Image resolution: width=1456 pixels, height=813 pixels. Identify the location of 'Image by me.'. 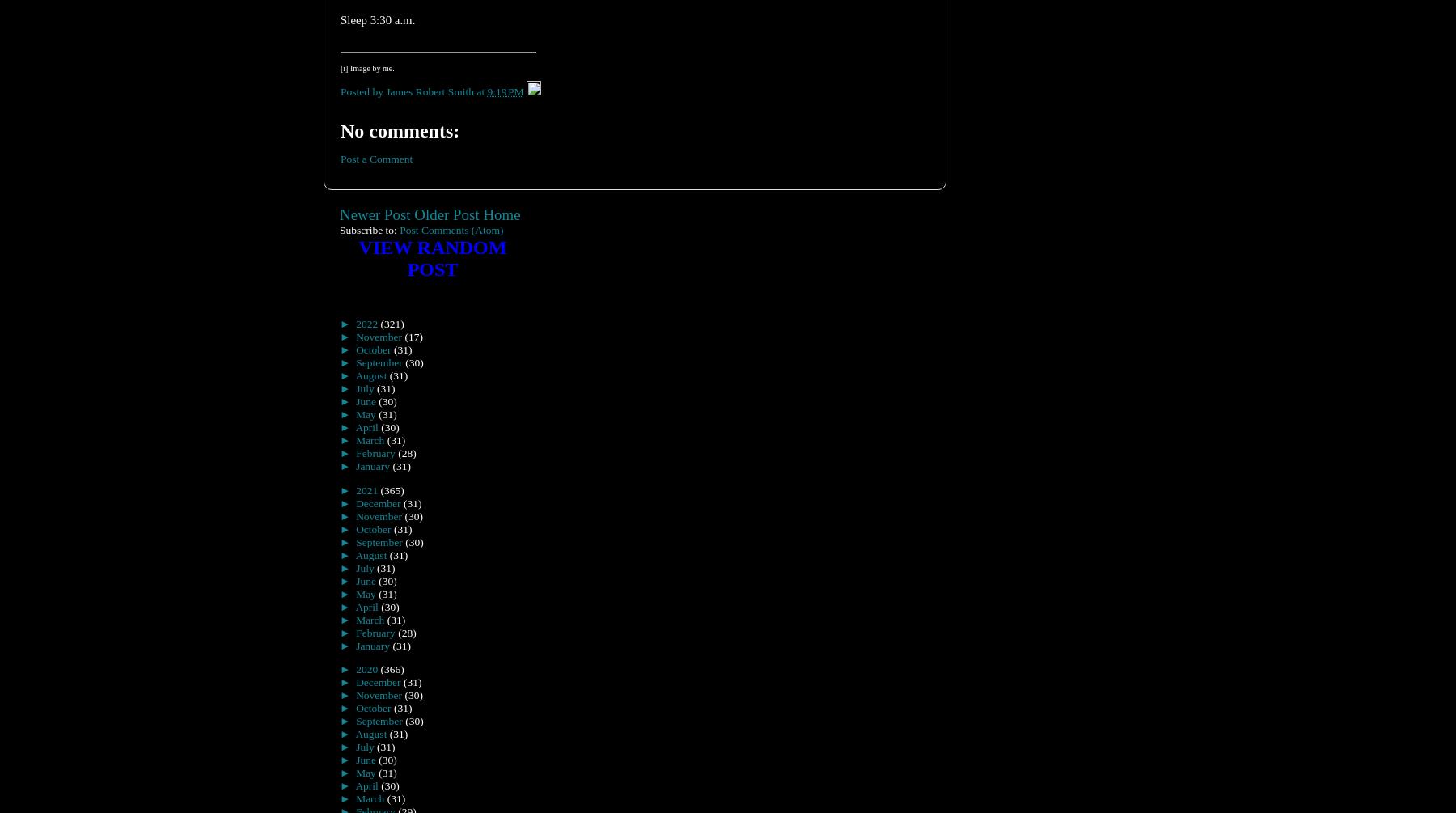
(348, 67).